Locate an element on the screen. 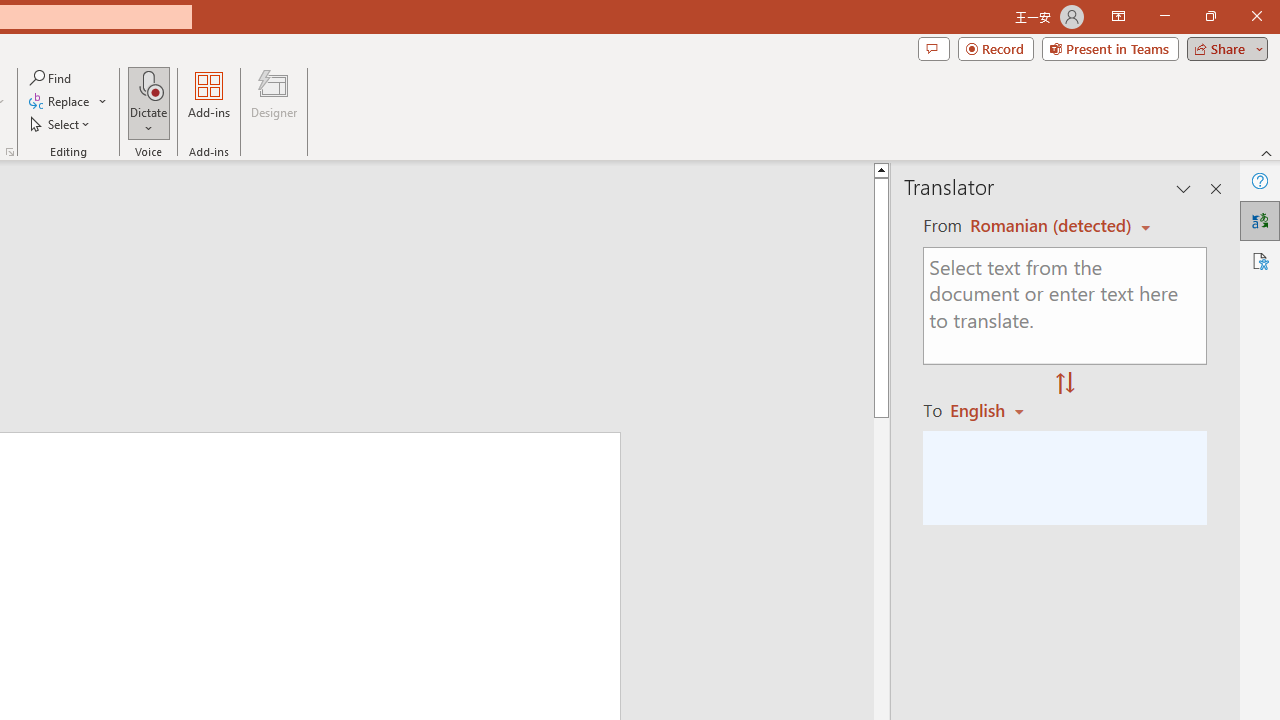 The image size is (1280, 720). 'Task Pane Options' is located at coordinates (1184, 189).